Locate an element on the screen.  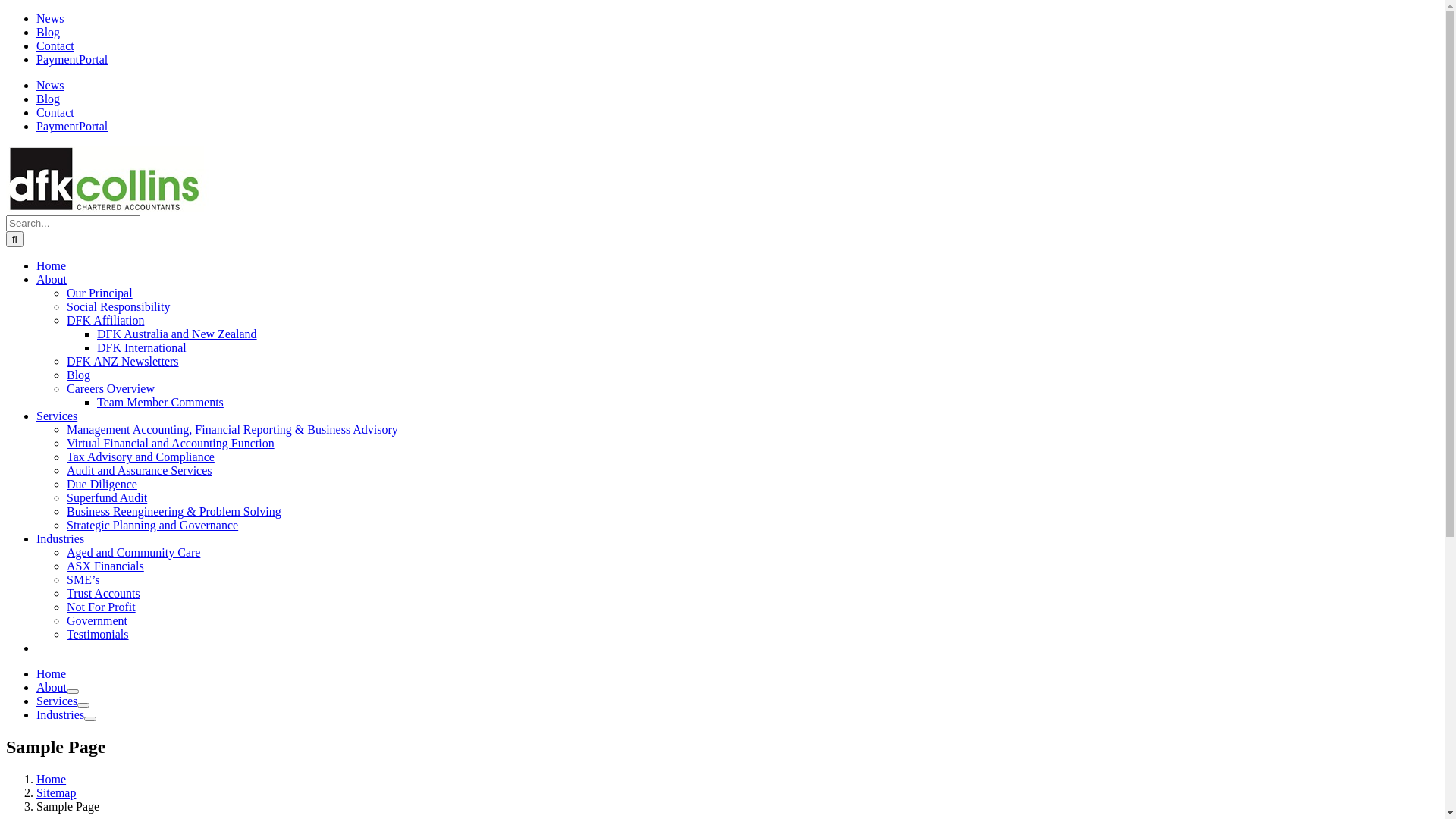
'Our Principal' is located at coordinates (99, 293).